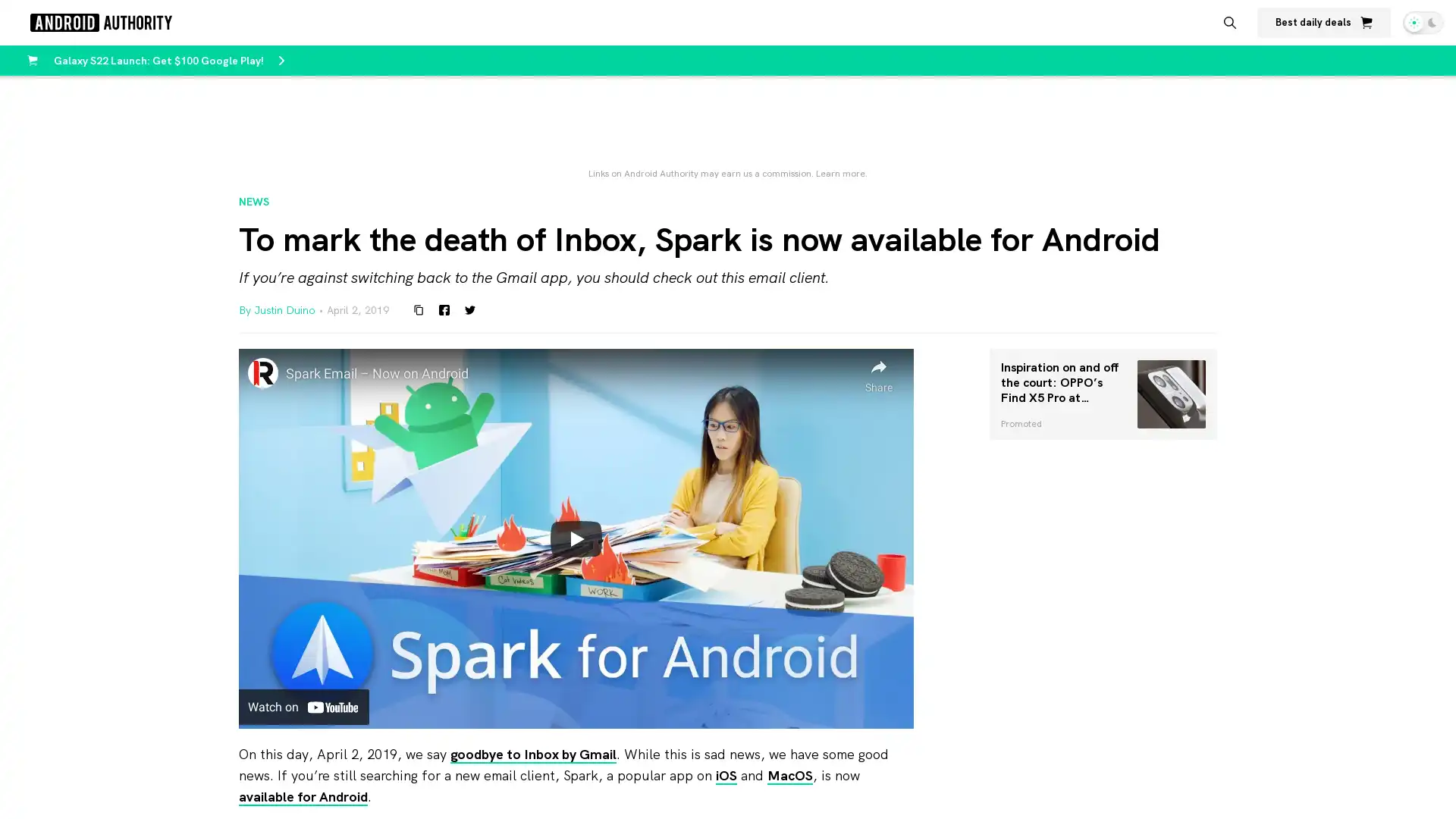 The image size is (1456, 819). What do you see at coordinates (419, 431) in the screenshot?
I see `Copy` at bounding box center [419, 431].